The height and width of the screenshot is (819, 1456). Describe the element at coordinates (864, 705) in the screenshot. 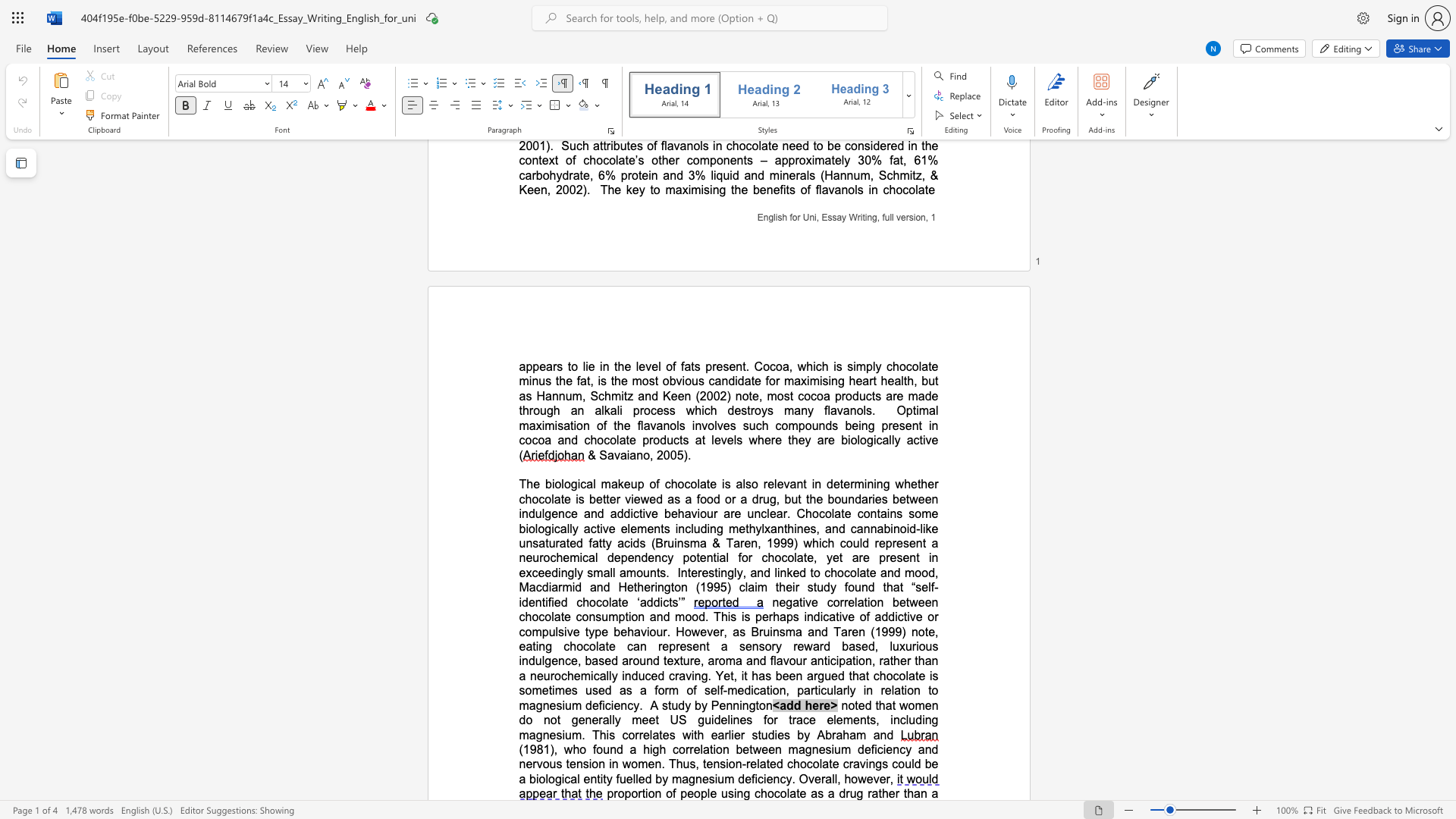

I see `the subset text "d that women do not" within the text "noted that women do not"` at that location.